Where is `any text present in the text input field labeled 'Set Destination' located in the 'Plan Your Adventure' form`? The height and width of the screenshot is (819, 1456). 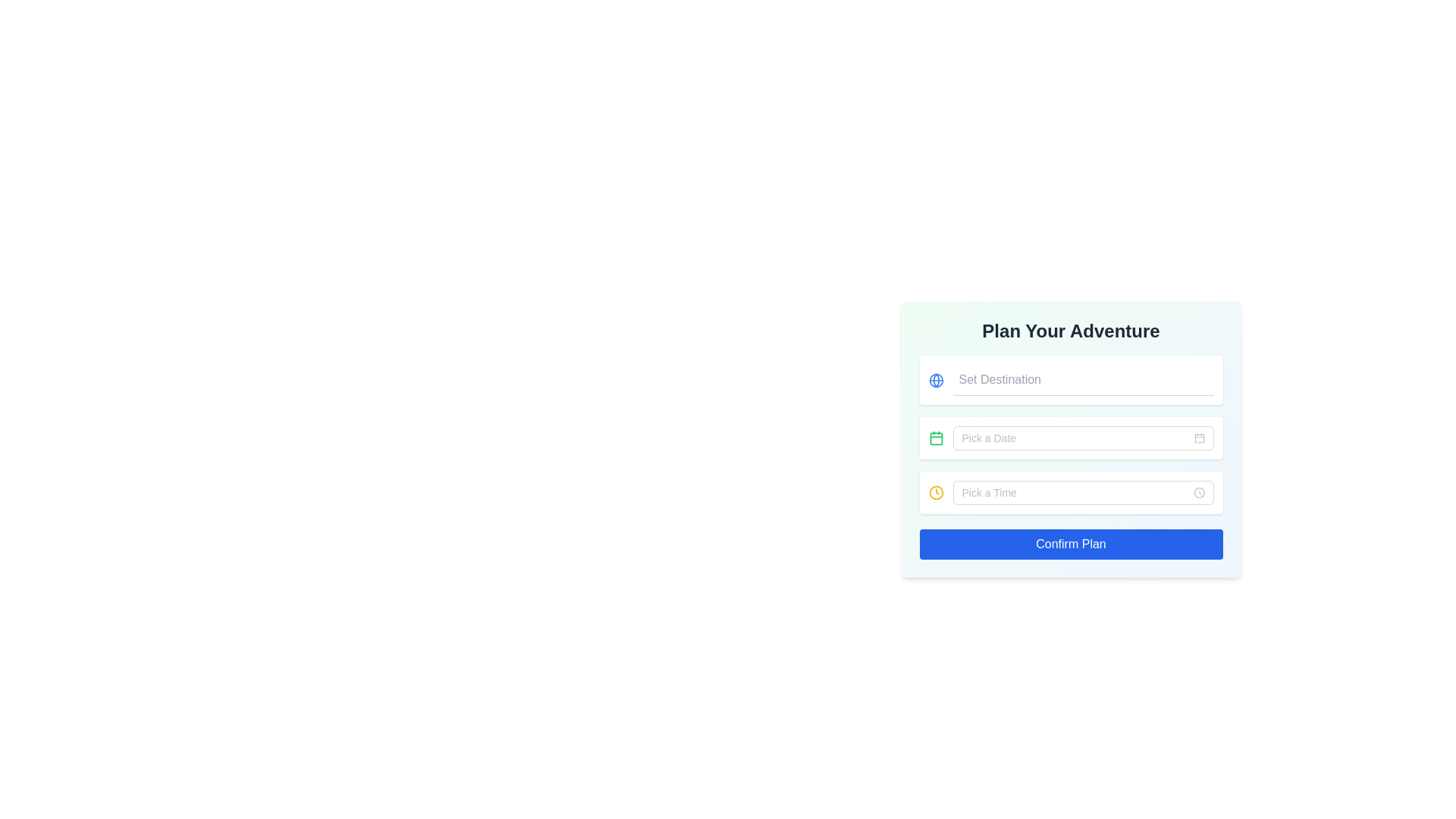 any text present in the text input field labeled 'Set Destination' located in the 'Plan Your Adventure' form is located at coordinates (1082, 379).